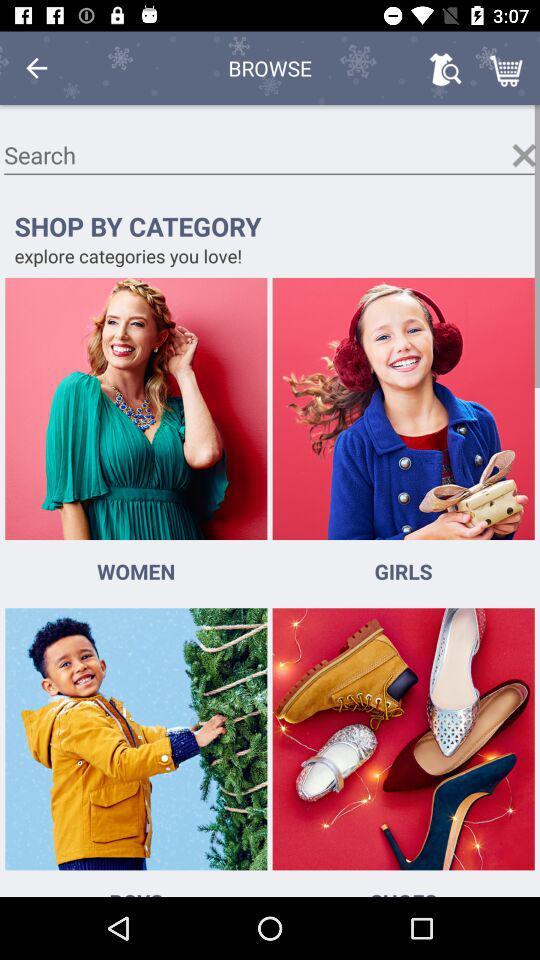 Image resolution: width=540 pixels, height=960 pixels. Describe the element at coordinates (524, 154) in the screenshot. I see `clears out text` at that location.